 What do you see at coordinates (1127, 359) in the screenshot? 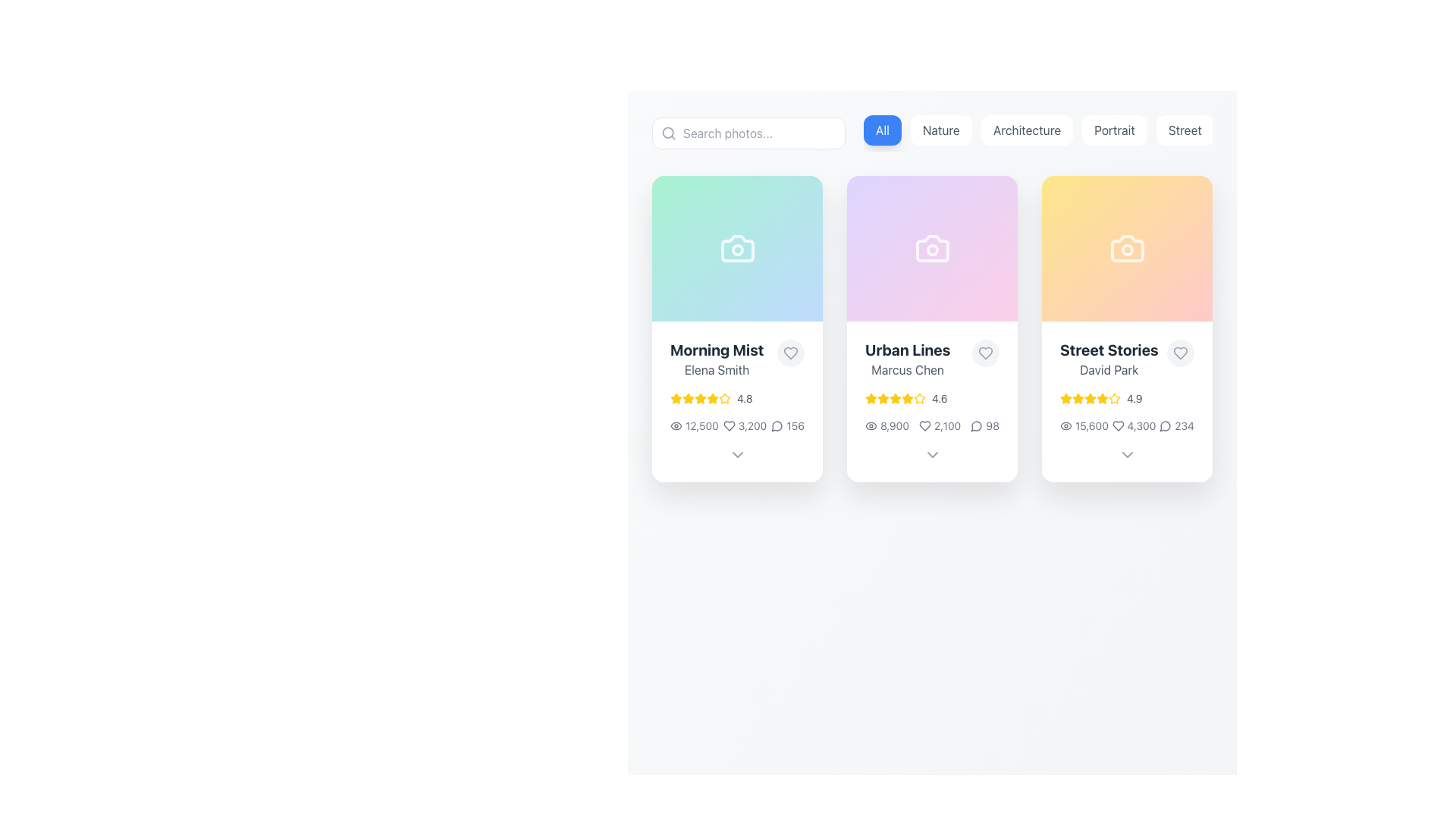
I see `the Text display that shows the title and creator of a photo card entry in the upper portion of the rightmost card in the grid layout, located beneath the image icon and above the rating stars and interaction counts` at bounding box center [1127, 359].